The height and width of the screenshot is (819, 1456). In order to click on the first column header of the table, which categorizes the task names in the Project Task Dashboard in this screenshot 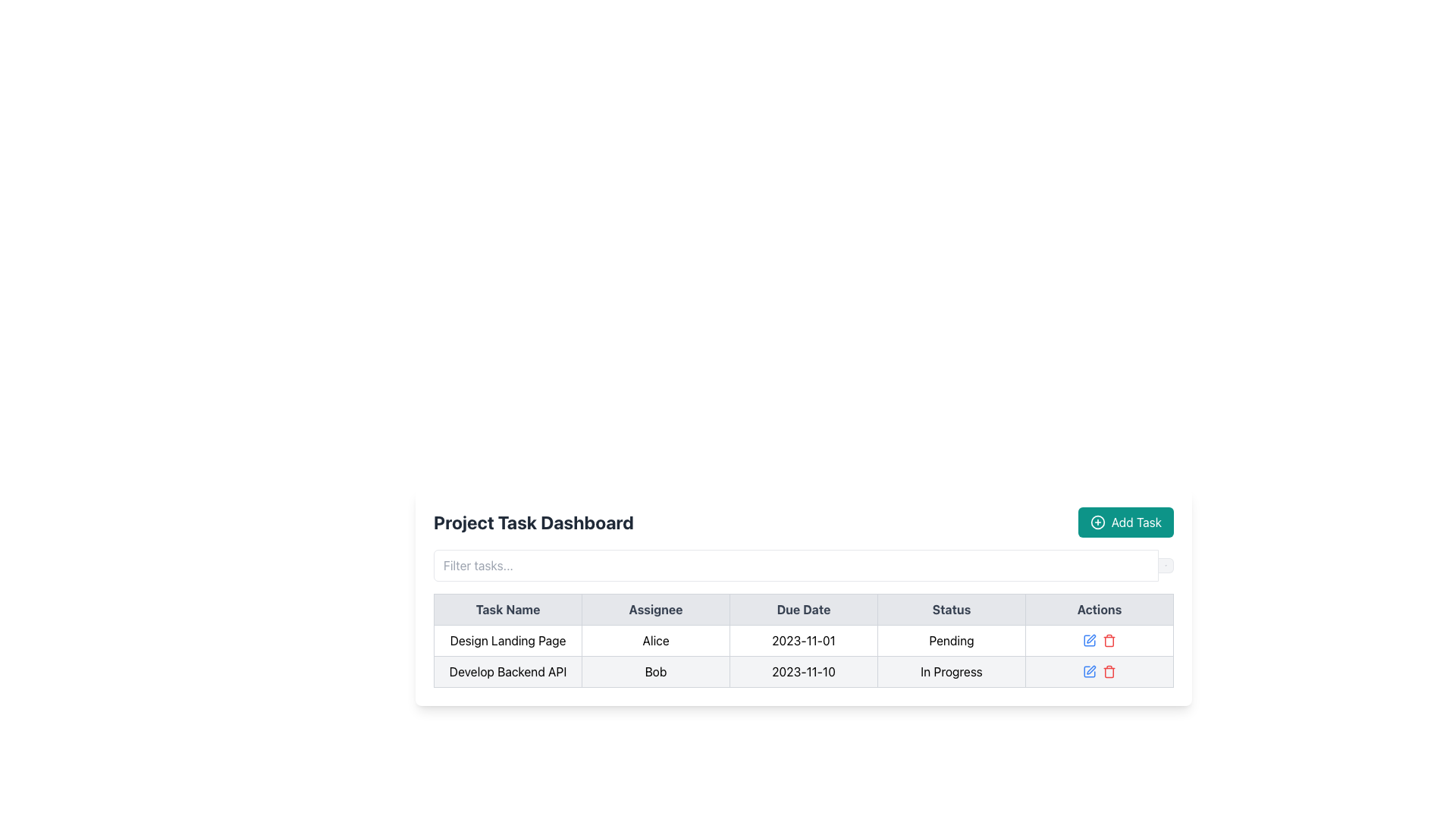, I will do `click(508, 608)`.